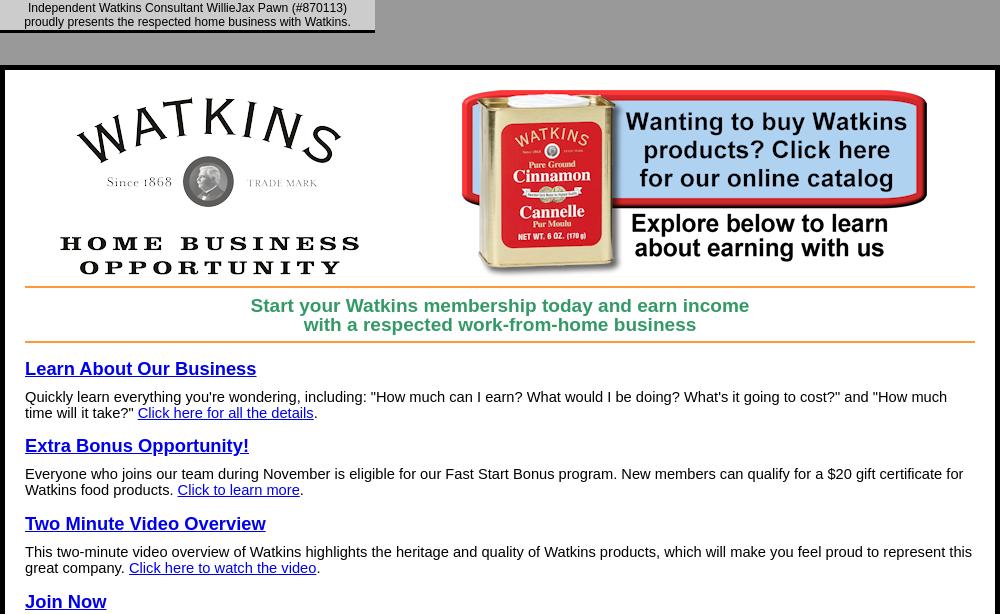  Describe the element at coordinates (493, 480) in the screenshot. I see `'Everyone who joins our team during November is eligible for our Fast Start Bonus program. New members can qualify for a $20 gift certificate for Watkins food products.'` at that location.